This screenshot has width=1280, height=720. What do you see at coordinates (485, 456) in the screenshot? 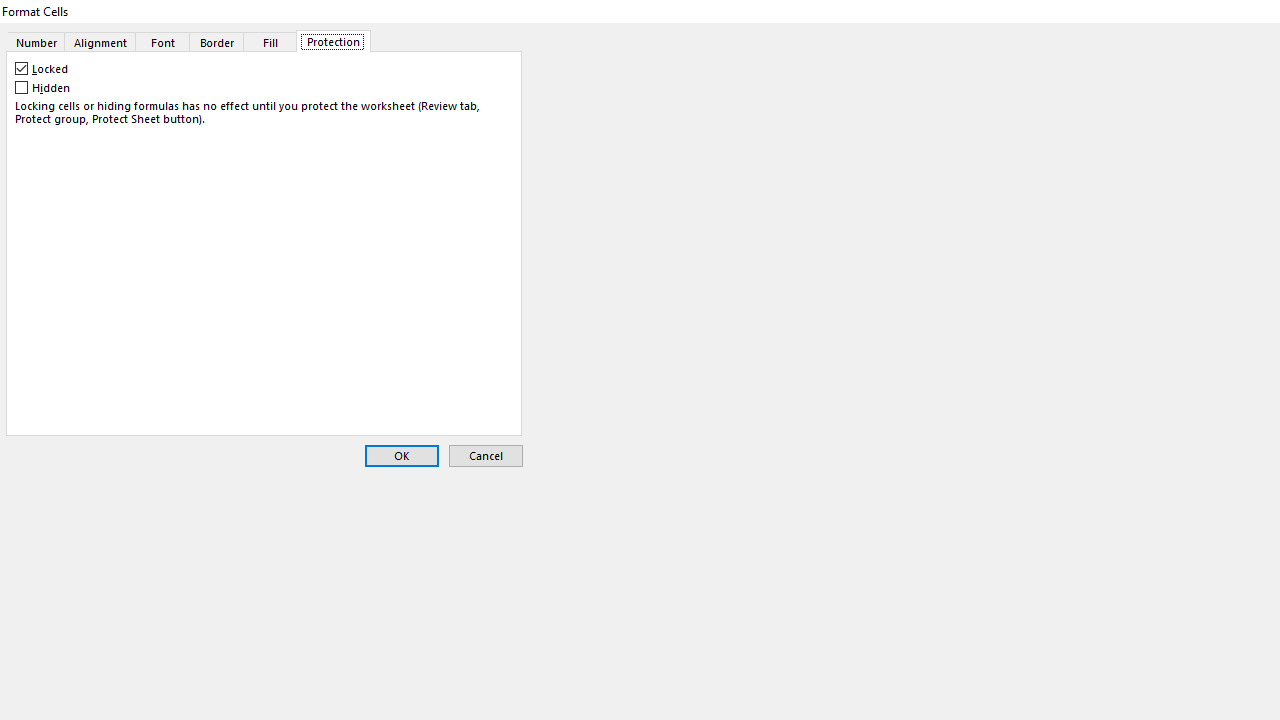
I see `'Cancel'` at bounding box center [485, 456].